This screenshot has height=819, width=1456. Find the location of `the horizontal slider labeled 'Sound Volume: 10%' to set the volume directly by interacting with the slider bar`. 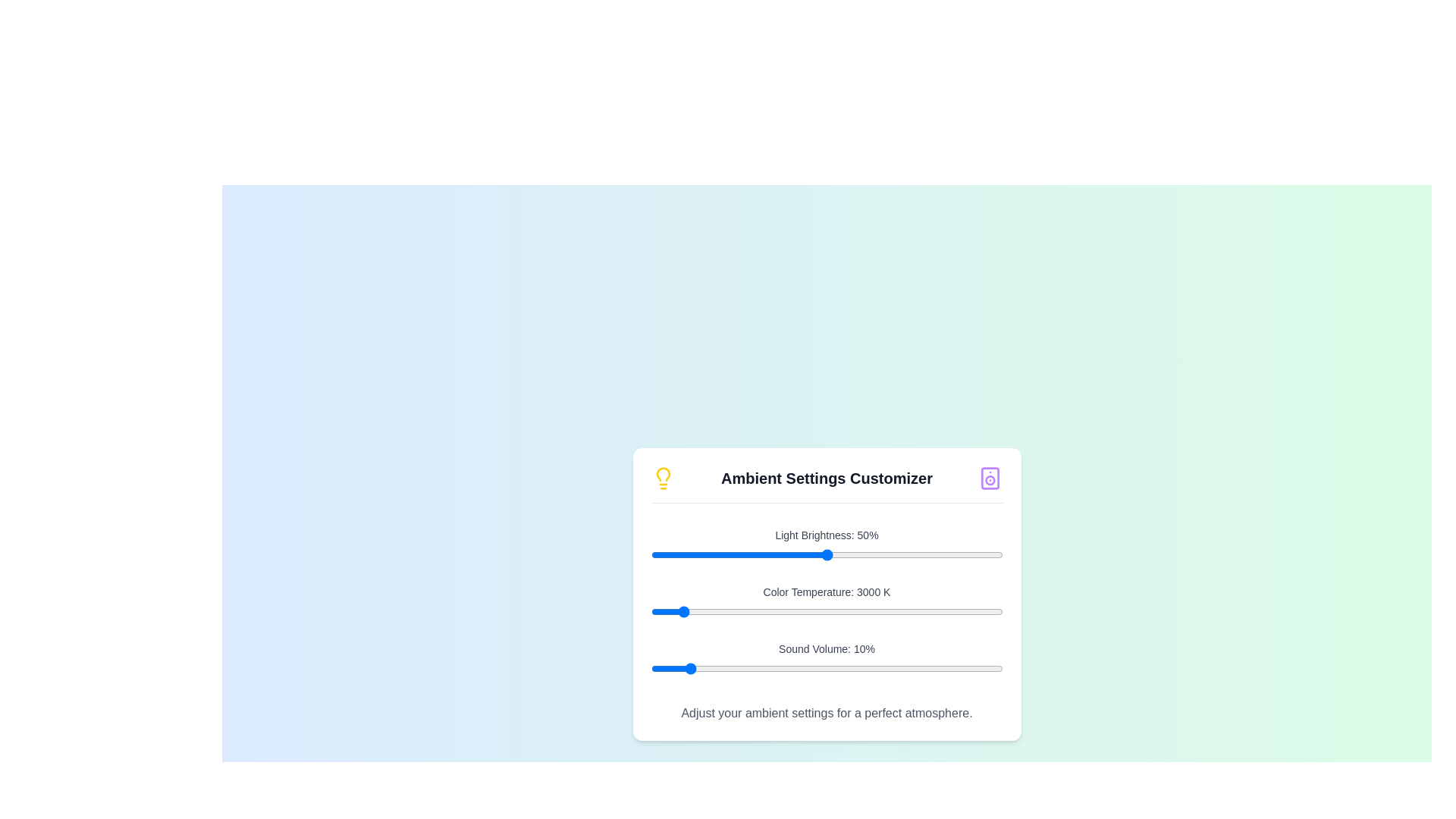

the horizontal slider labeled 'Sound Volume: 10%' to set the volume directly by interacting with the slider bar is located at coordinates (826, 660).